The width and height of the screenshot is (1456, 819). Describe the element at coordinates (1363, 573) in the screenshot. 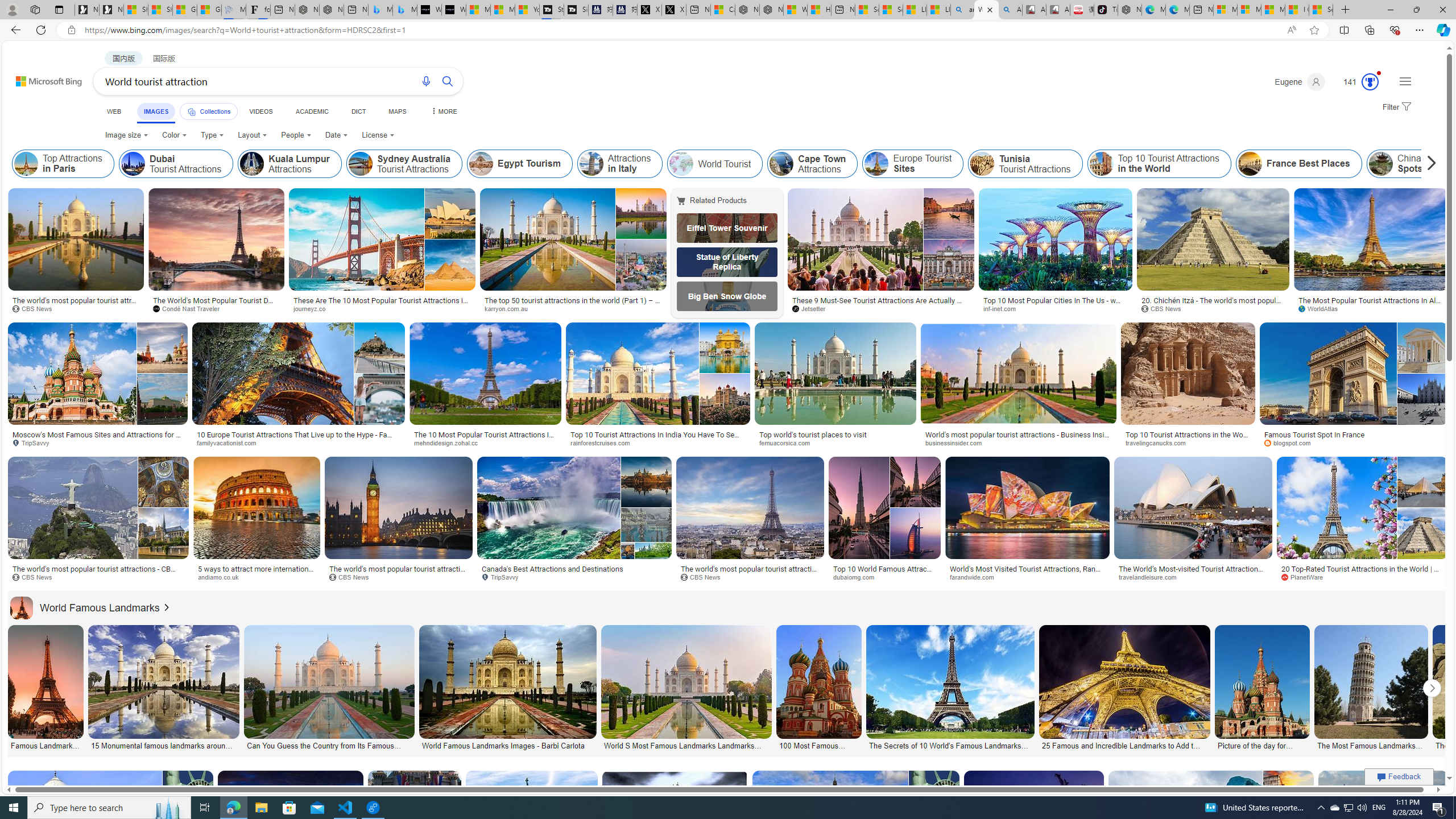

I see `'20 Top-Rated Tourist Attractions in the World | PlanetWare'` at that location.